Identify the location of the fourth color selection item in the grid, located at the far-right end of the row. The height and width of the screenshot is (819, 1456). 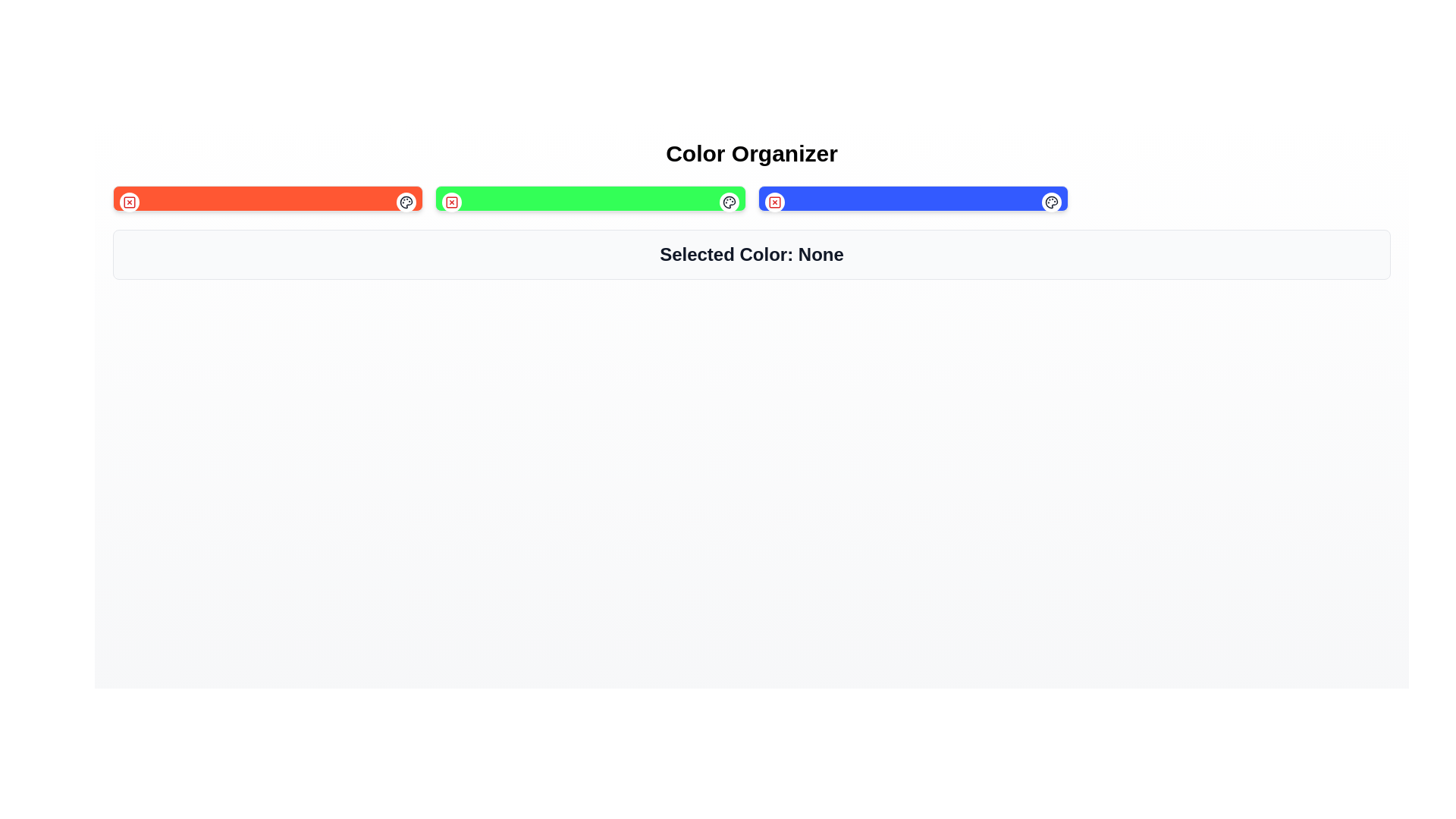
(912, 198).